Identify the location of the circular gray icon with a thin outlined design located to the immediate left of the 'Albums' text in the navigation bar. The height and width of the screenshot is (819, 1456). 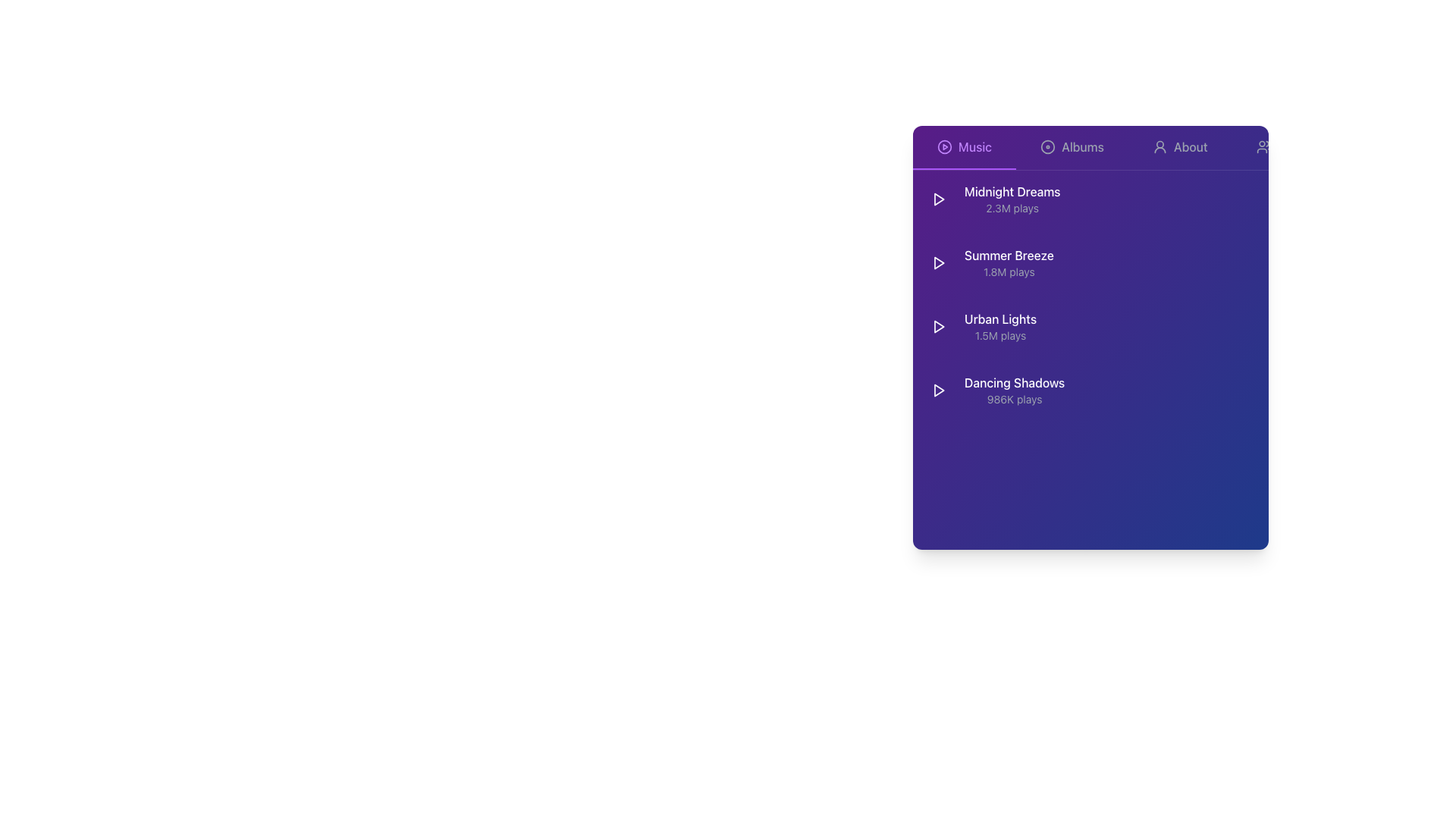
(1047, 146).